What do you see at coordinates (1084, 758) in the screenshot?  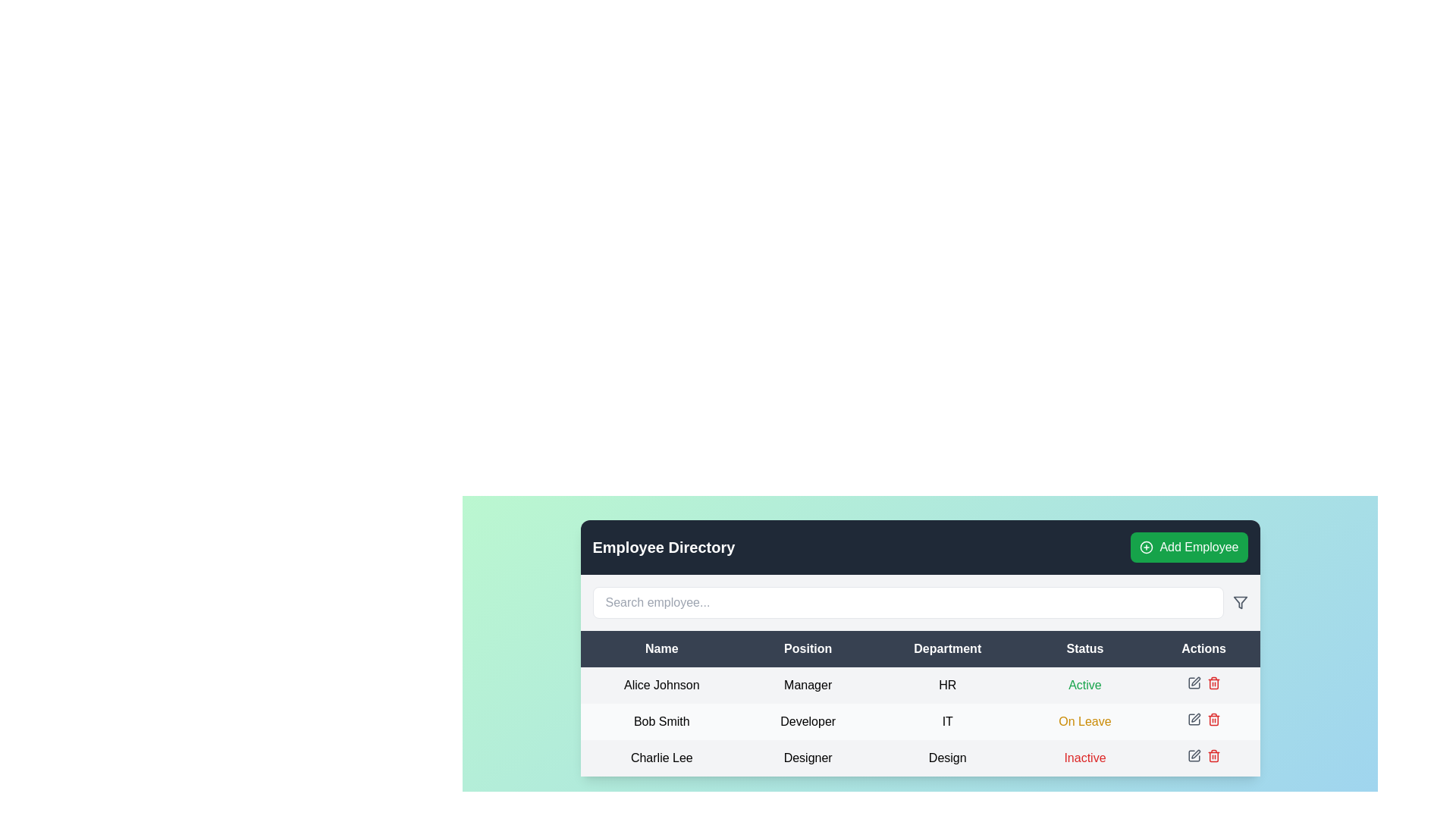 I see `the text label element displaying 'Inactive' in red font, located in the 'Status' column of the table row for employee 'Charlie Lee', who is a 'Designer' in the 'Design' department` at bounding box center [1084, 758].